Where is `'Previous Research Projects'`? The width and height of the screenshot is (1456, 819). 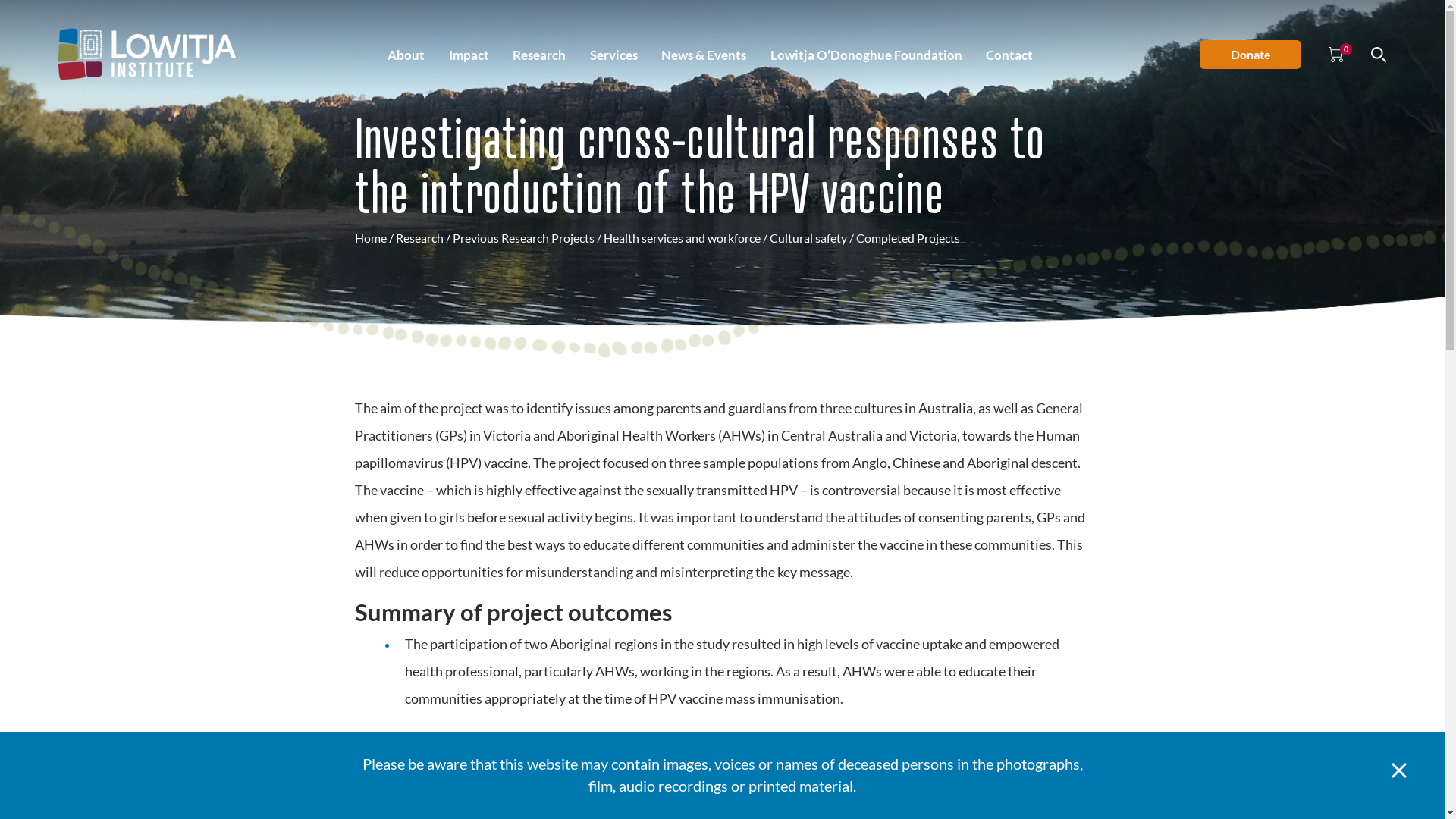
'Previous Research Projects' is located at coordinates (450, 237).